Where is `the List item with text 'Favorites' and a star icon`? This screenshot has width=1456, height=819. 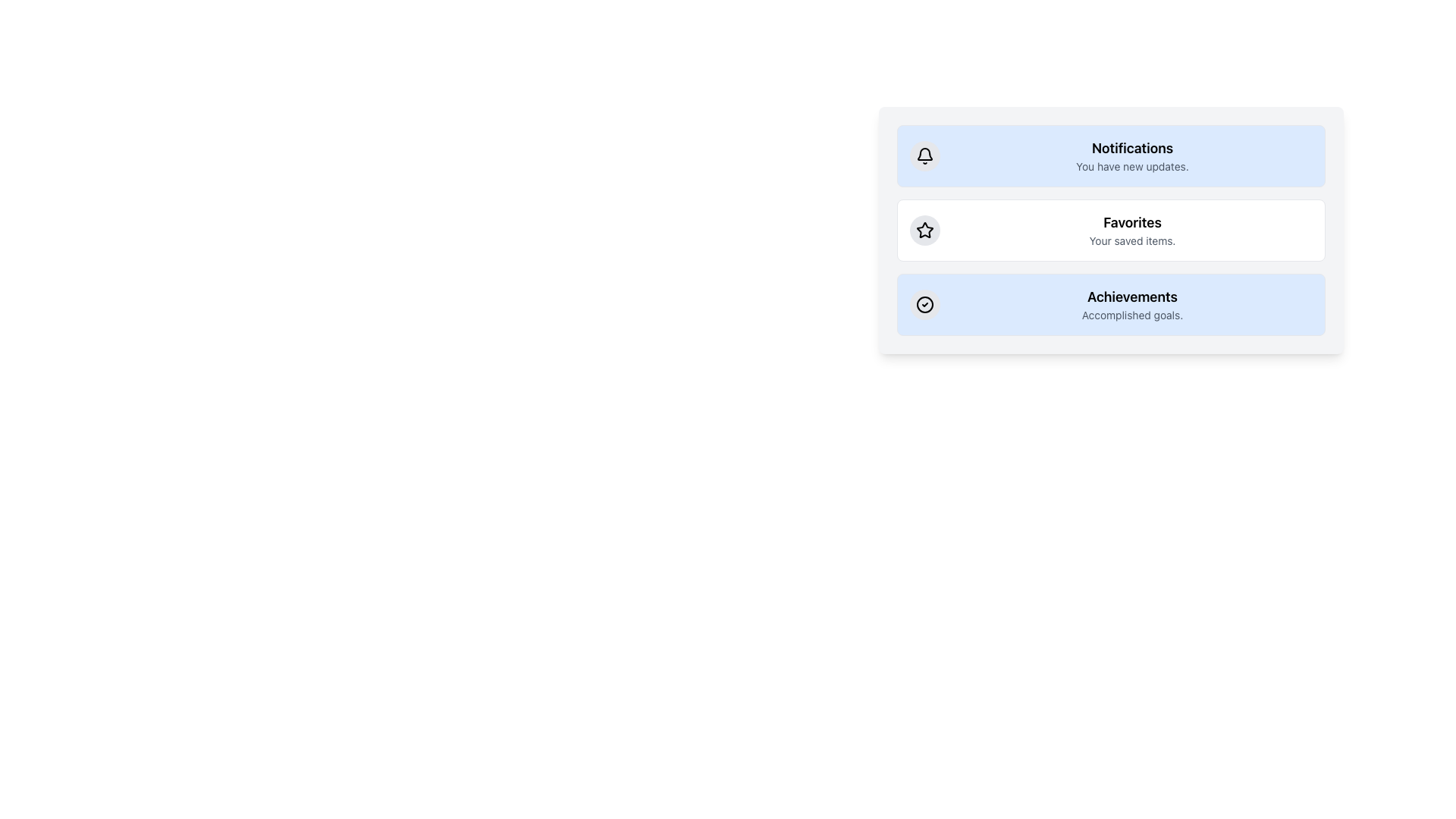
the List item with text 'Favorites' and a star icon is located at coordinates (1111, 231).